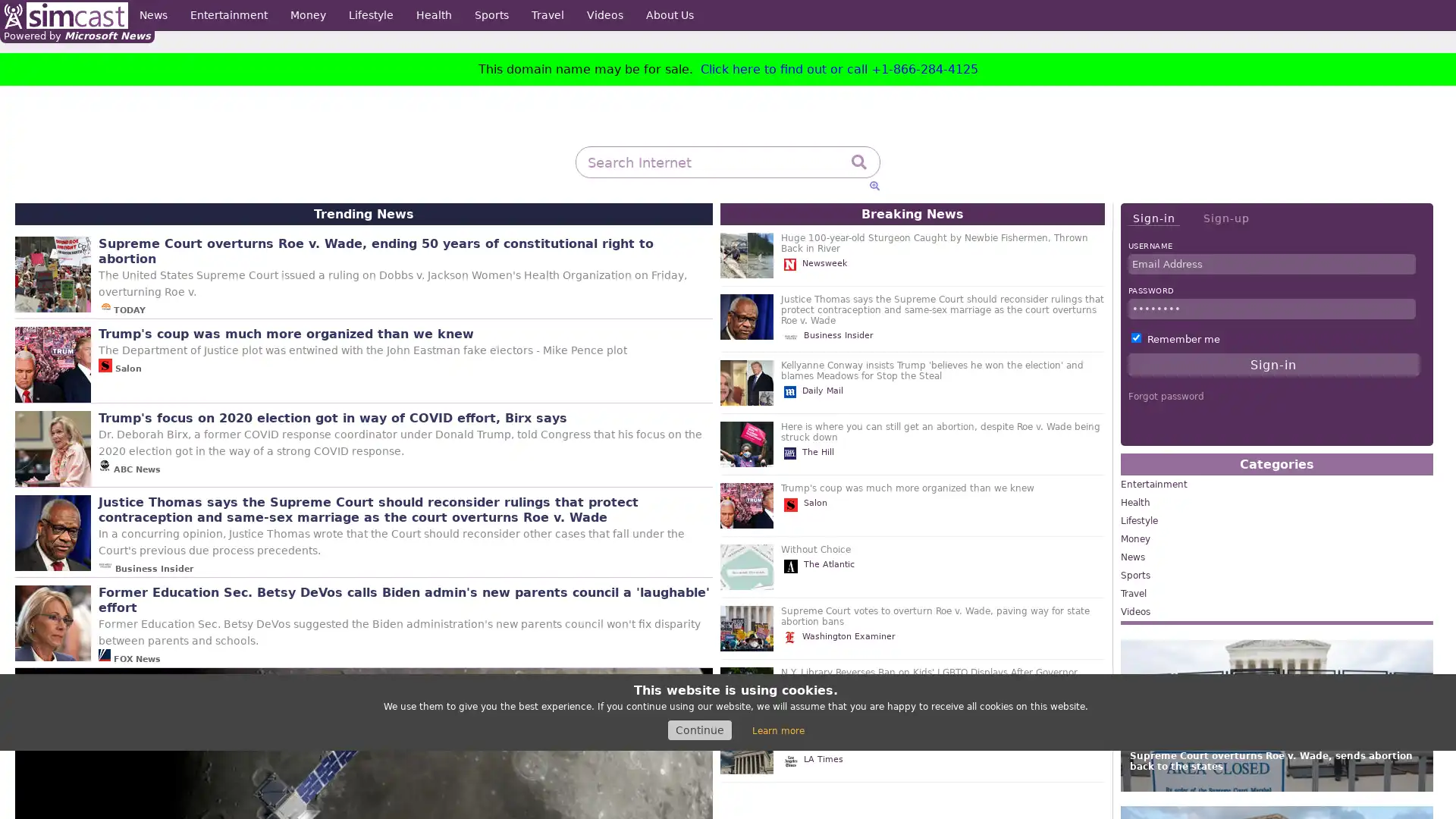  Describe the element at coordinates (1273, 365) in the screenshot. I see `Sign-in` at that location.